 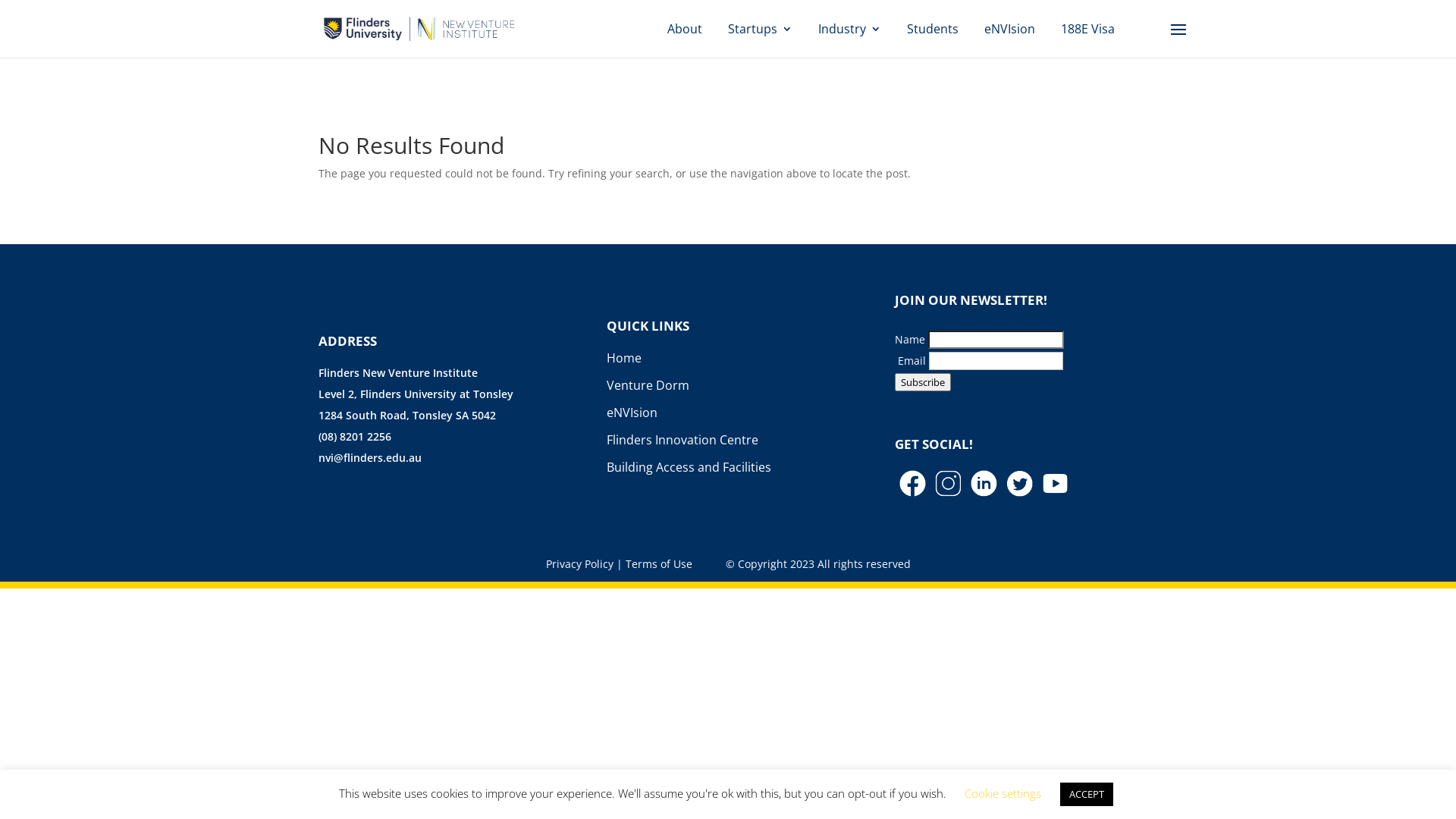 What do you see at coordinates (1003, 792) in the screenshot?
I see `'Cookie settings'` at bounding box center [1003, 792].